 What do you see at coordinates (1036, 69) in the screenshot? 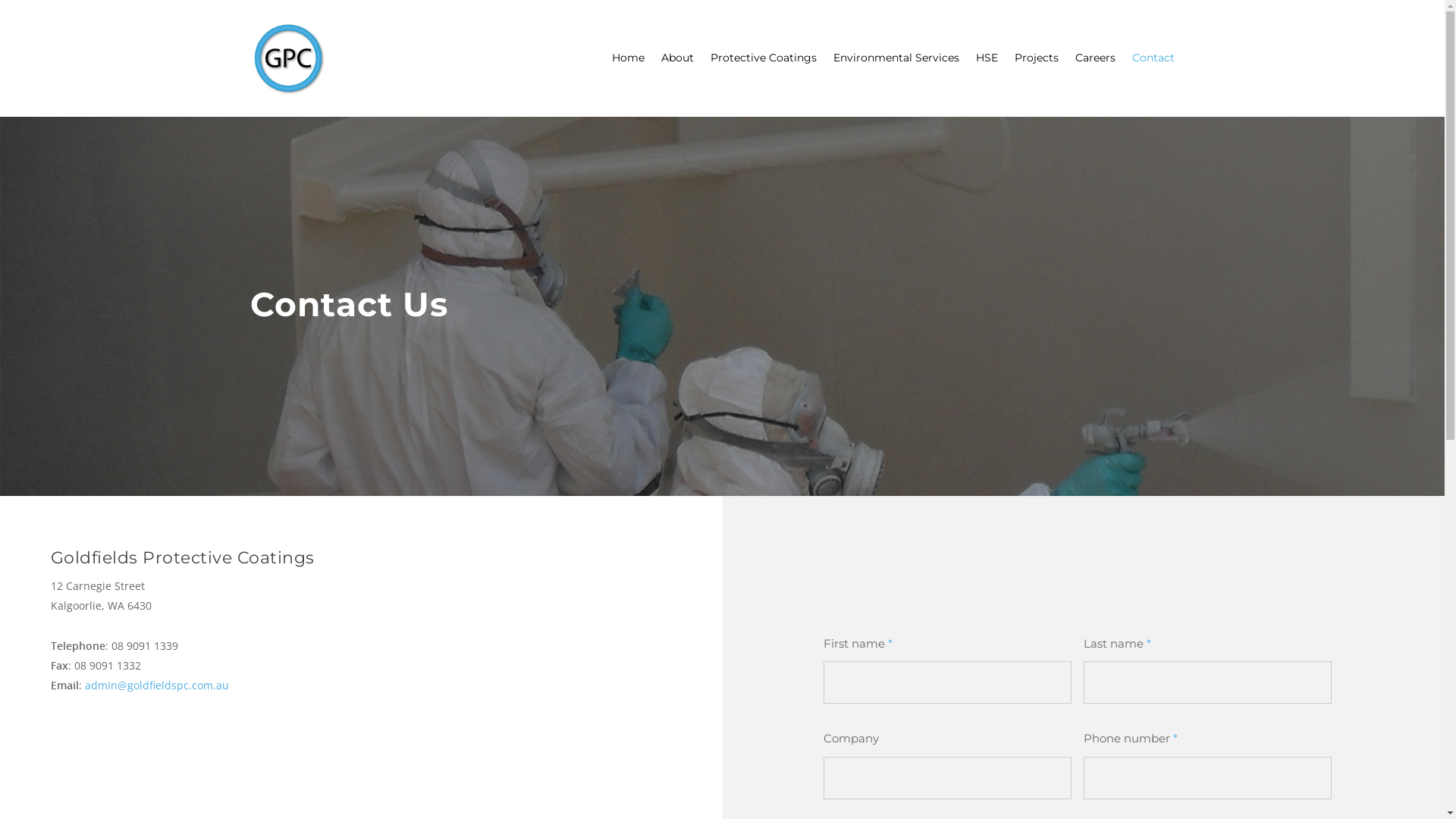
I see `'Projects'` at bounding box center [1036, 69].